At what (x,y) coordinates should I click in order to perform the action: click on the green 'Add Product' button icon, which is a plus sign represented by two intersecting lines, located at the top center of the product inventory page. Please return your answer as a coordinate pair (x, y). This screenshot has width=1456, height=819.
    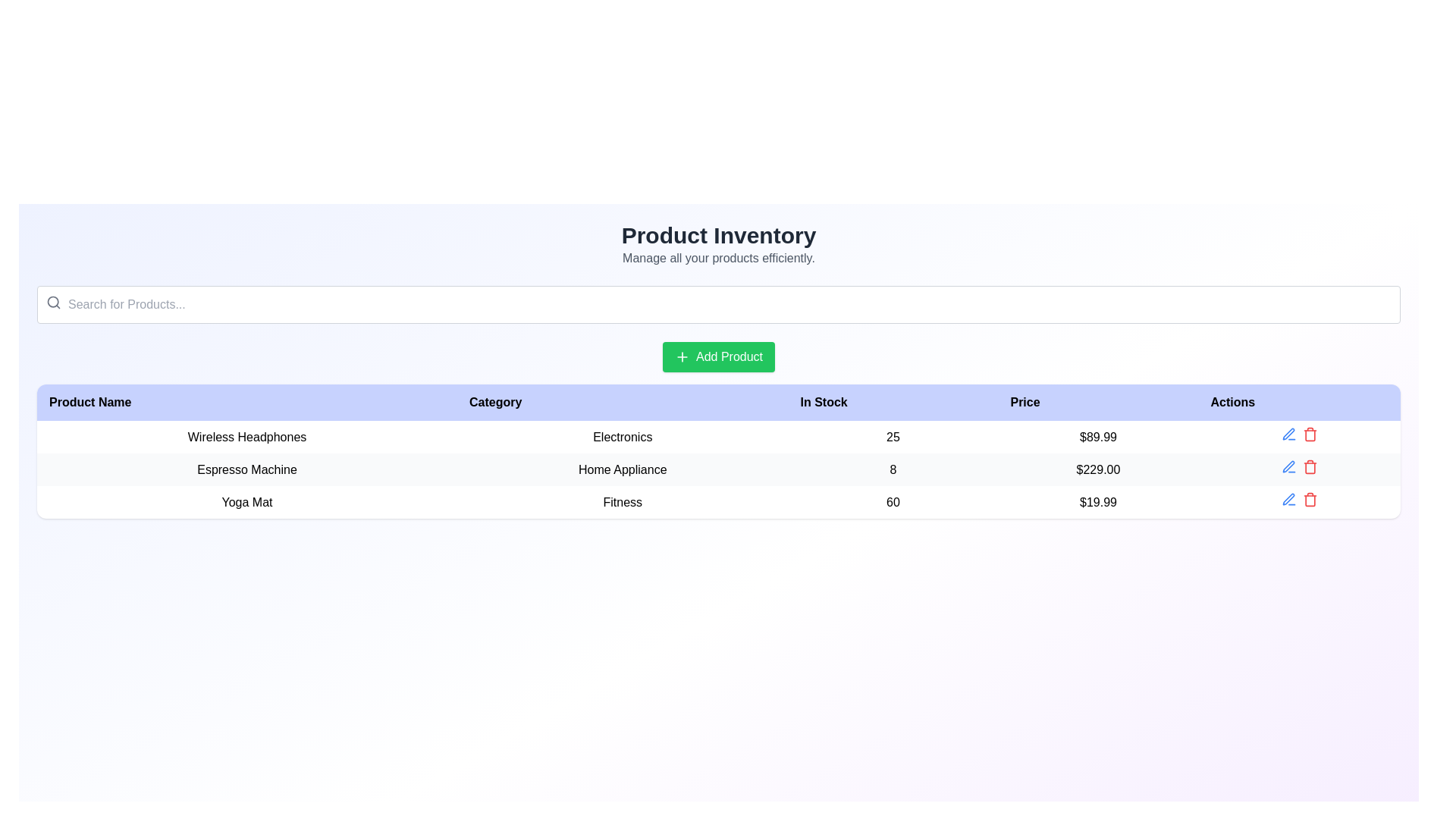
    Looking at the image, I should click on (681, 356).